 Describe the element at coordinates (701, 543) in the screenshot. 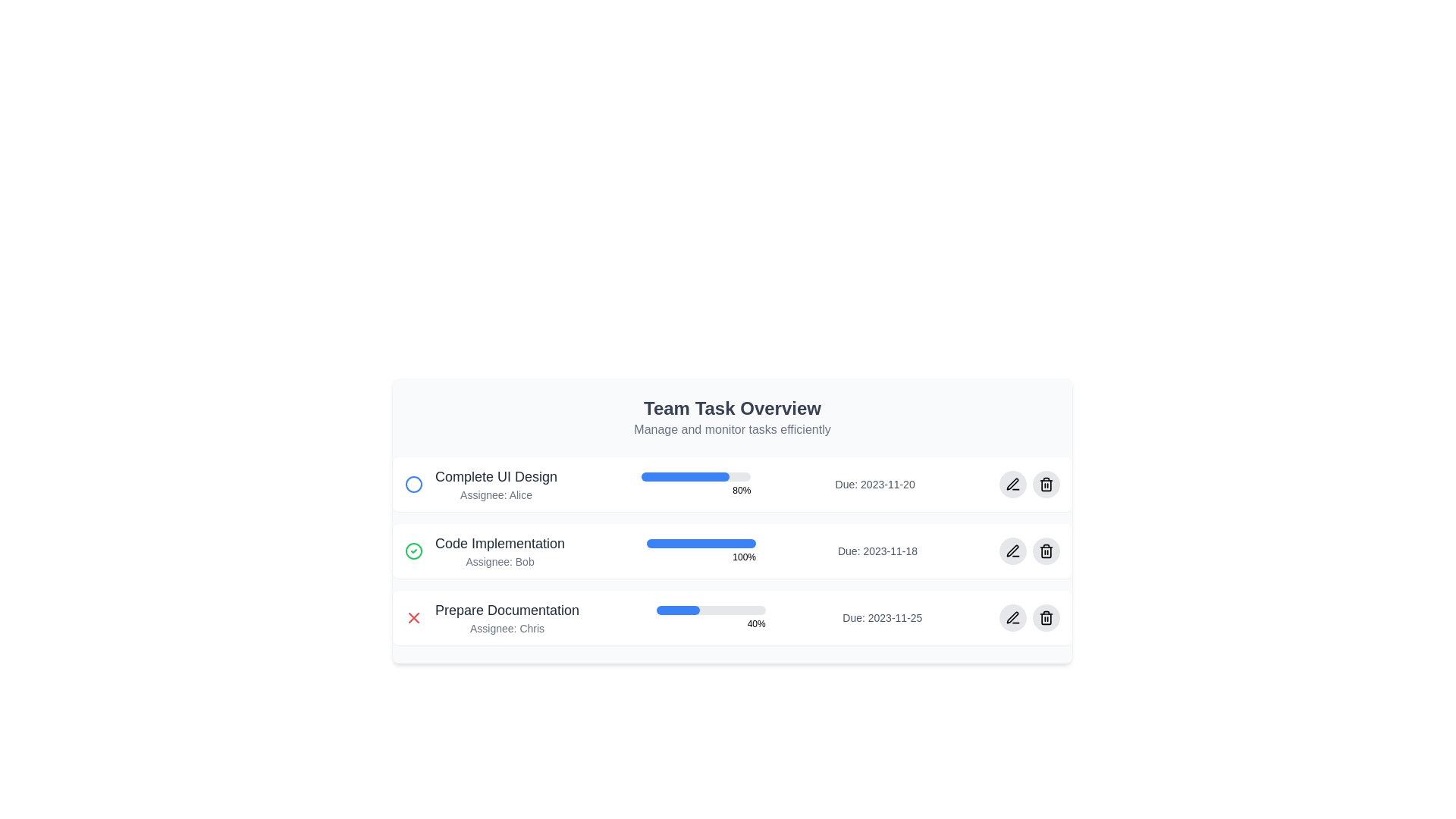

I see `the visual progress level of the horizontal progress bar for the task 'Code Implementation' in the task list, which is filled with blue and has a gray rounded background` at that location.